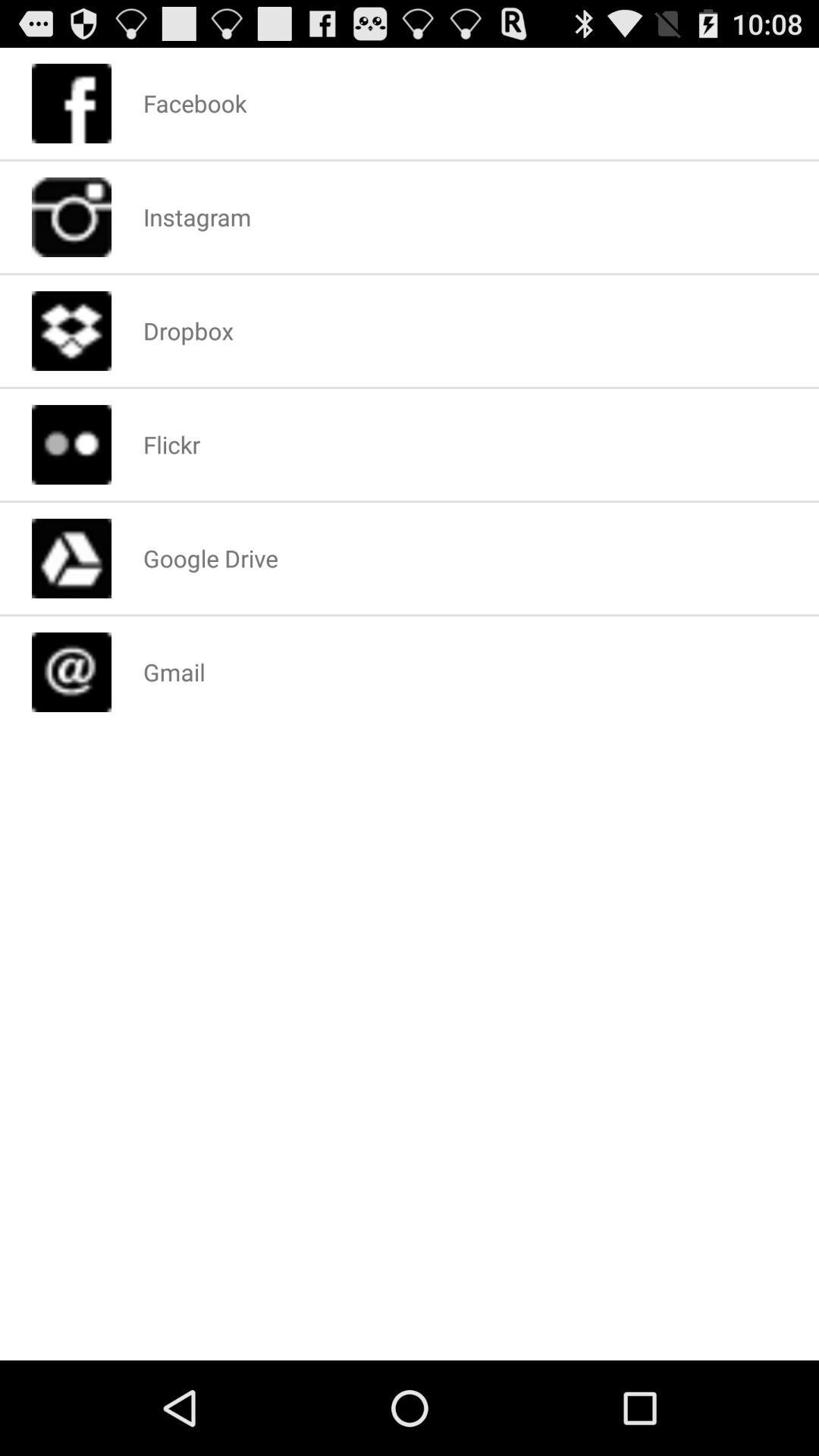 This screenshot has height=1456, width=819. I want to click on the instagram item, so click(196, 216).